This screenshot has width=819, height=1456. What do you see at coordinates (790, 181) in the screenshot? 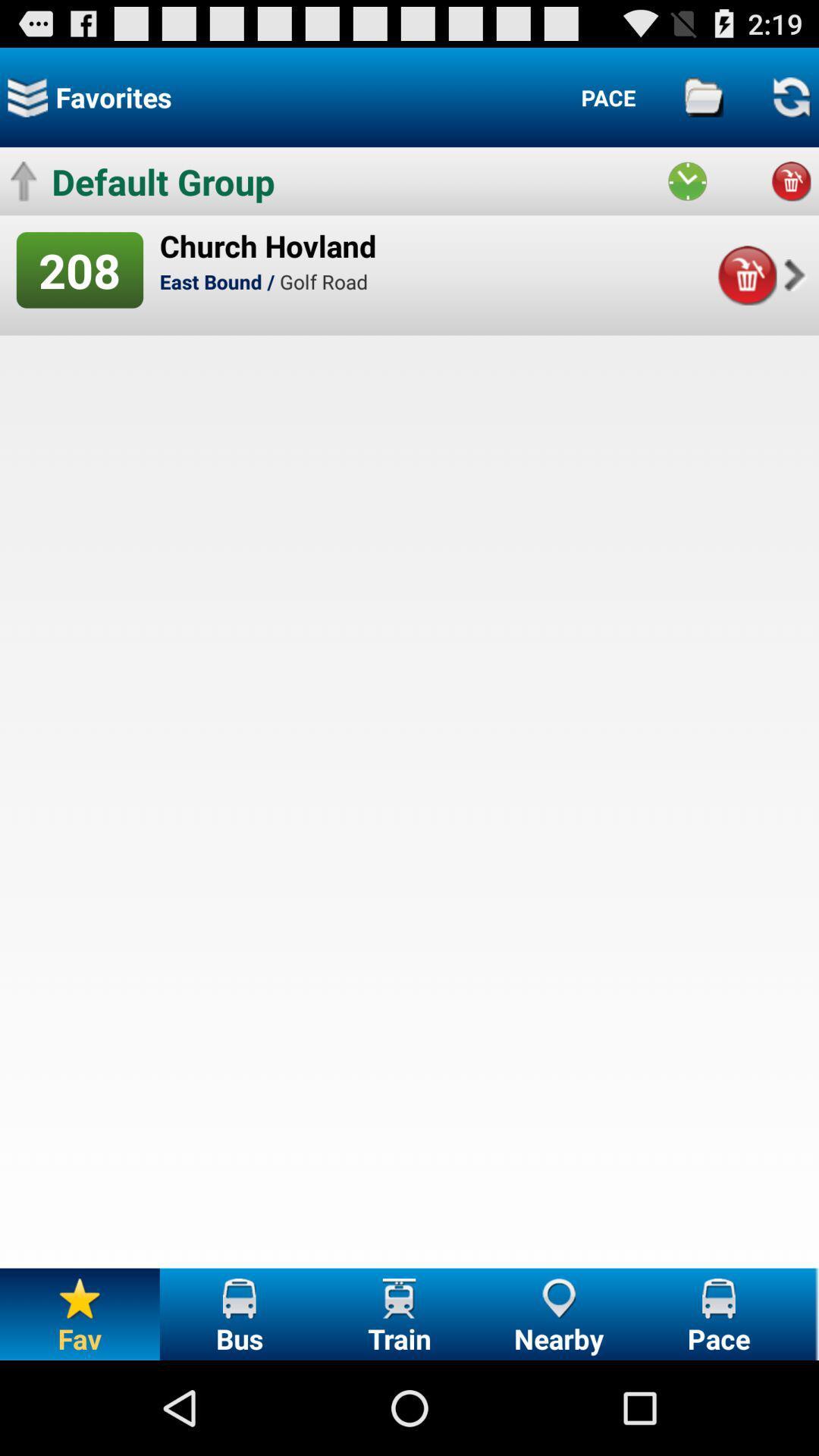
I see `delete` at bounding box center [790, 181].